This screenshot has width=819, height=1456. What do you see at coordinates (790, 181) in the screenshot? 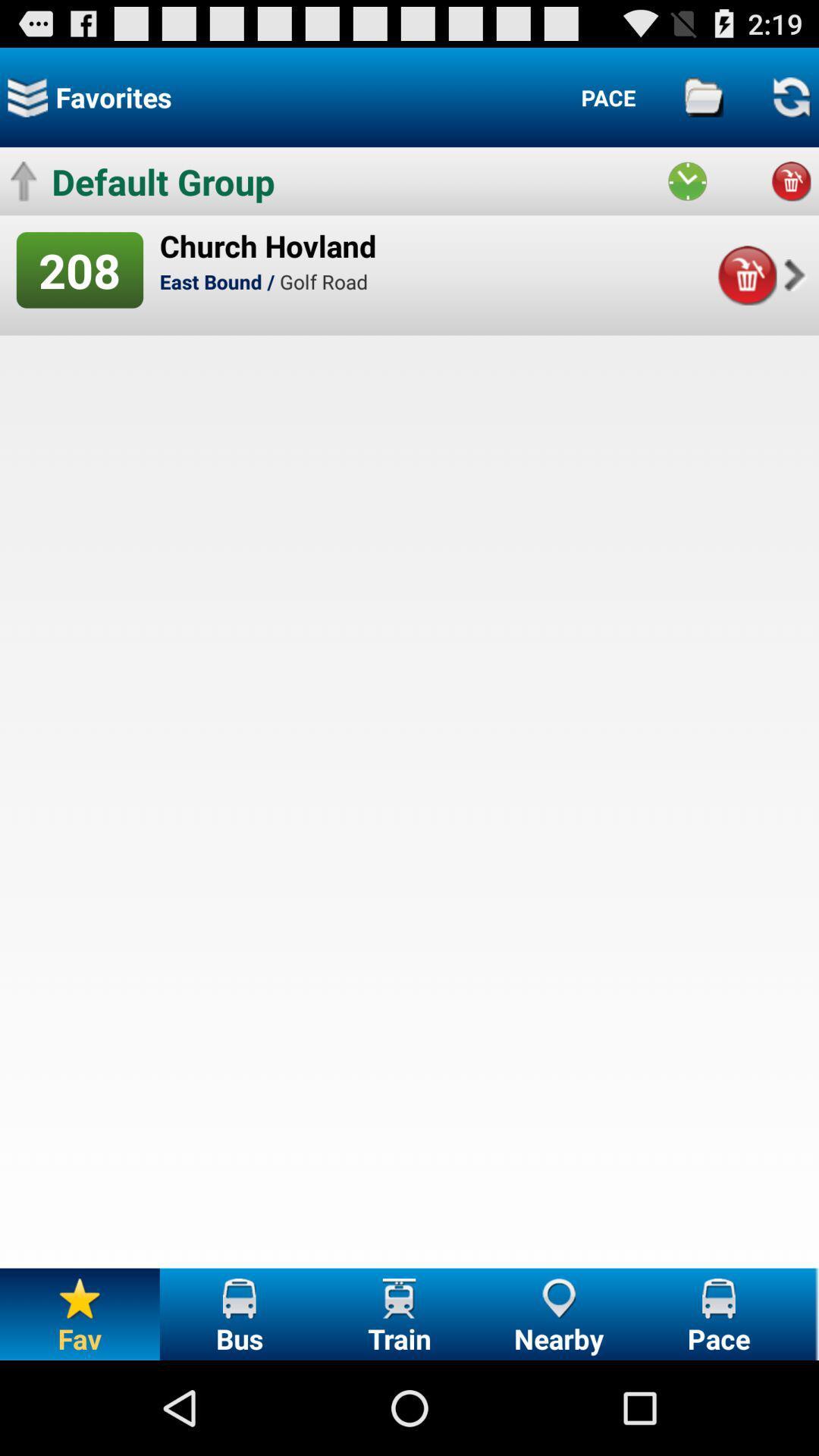
I see `delete` at bounding box center [790, 181].